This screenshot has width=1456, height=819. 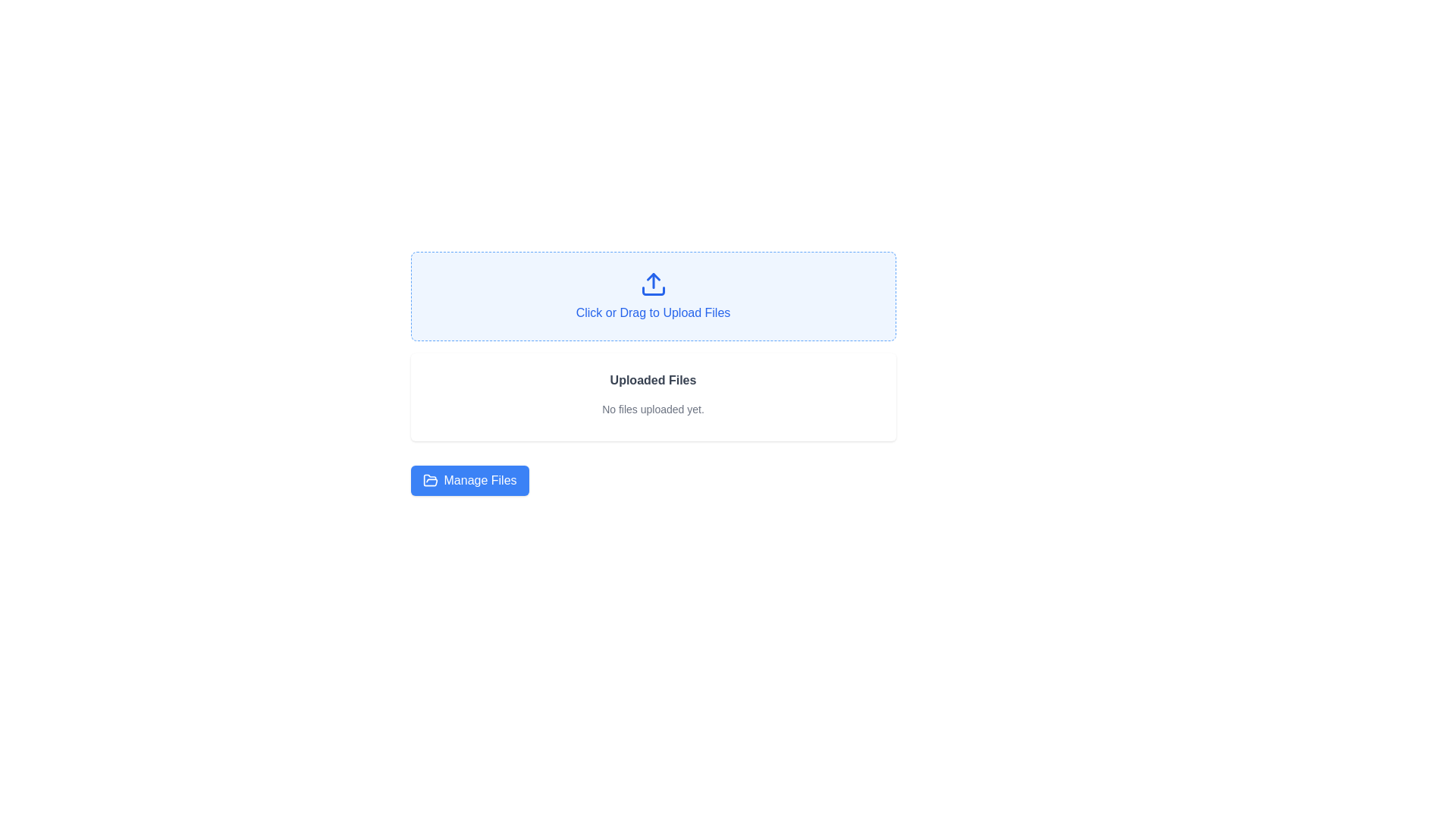 What do you see at coordinates (653, 312) in the screenshot?
I see `the instructional text element that informs users about the method for uploading files, located beneath the upload icon in the upload area` at bounding box center [653, 312].